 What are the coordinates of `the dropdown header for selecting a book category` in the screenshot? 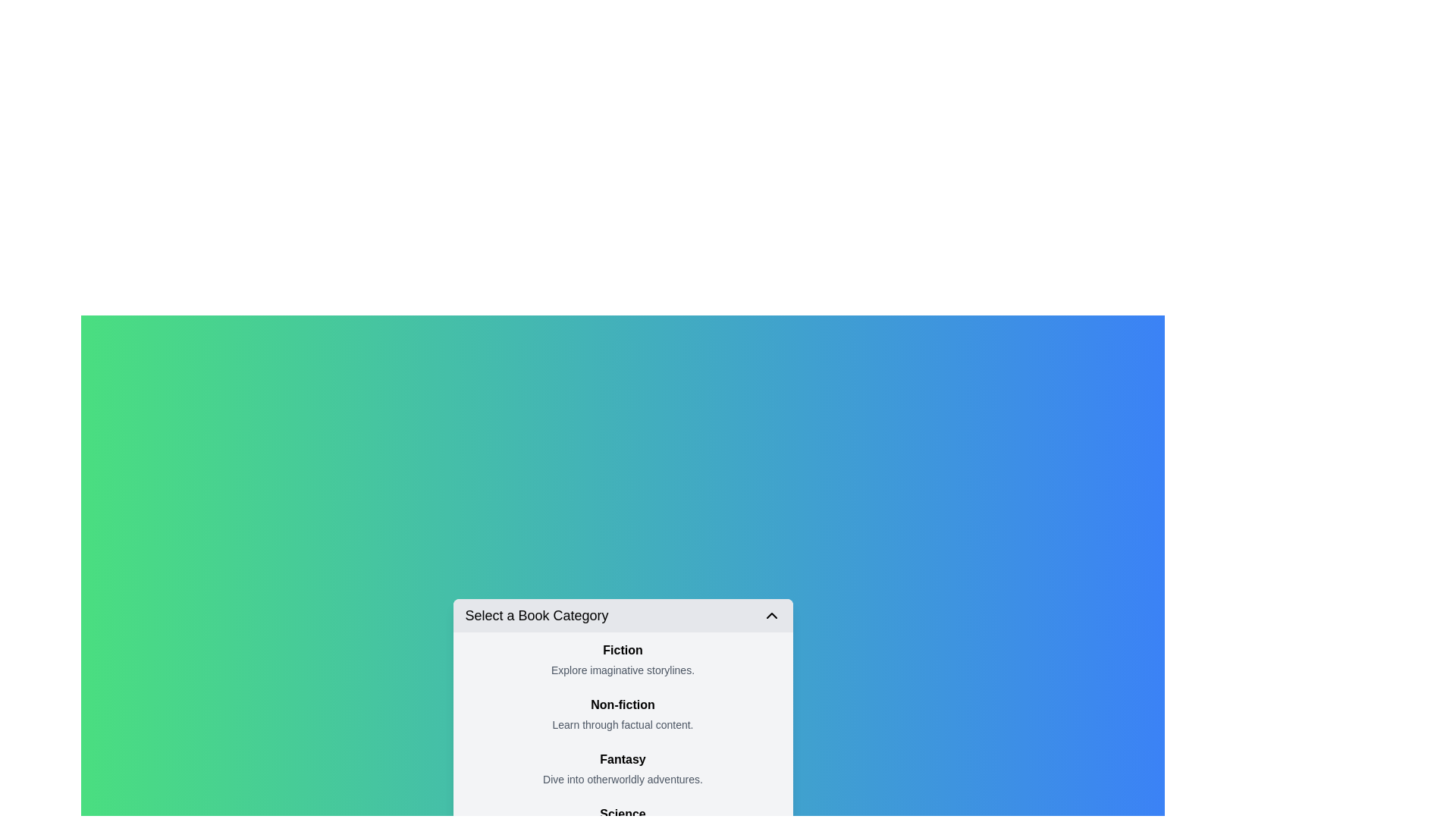 It's located at (623, 616).